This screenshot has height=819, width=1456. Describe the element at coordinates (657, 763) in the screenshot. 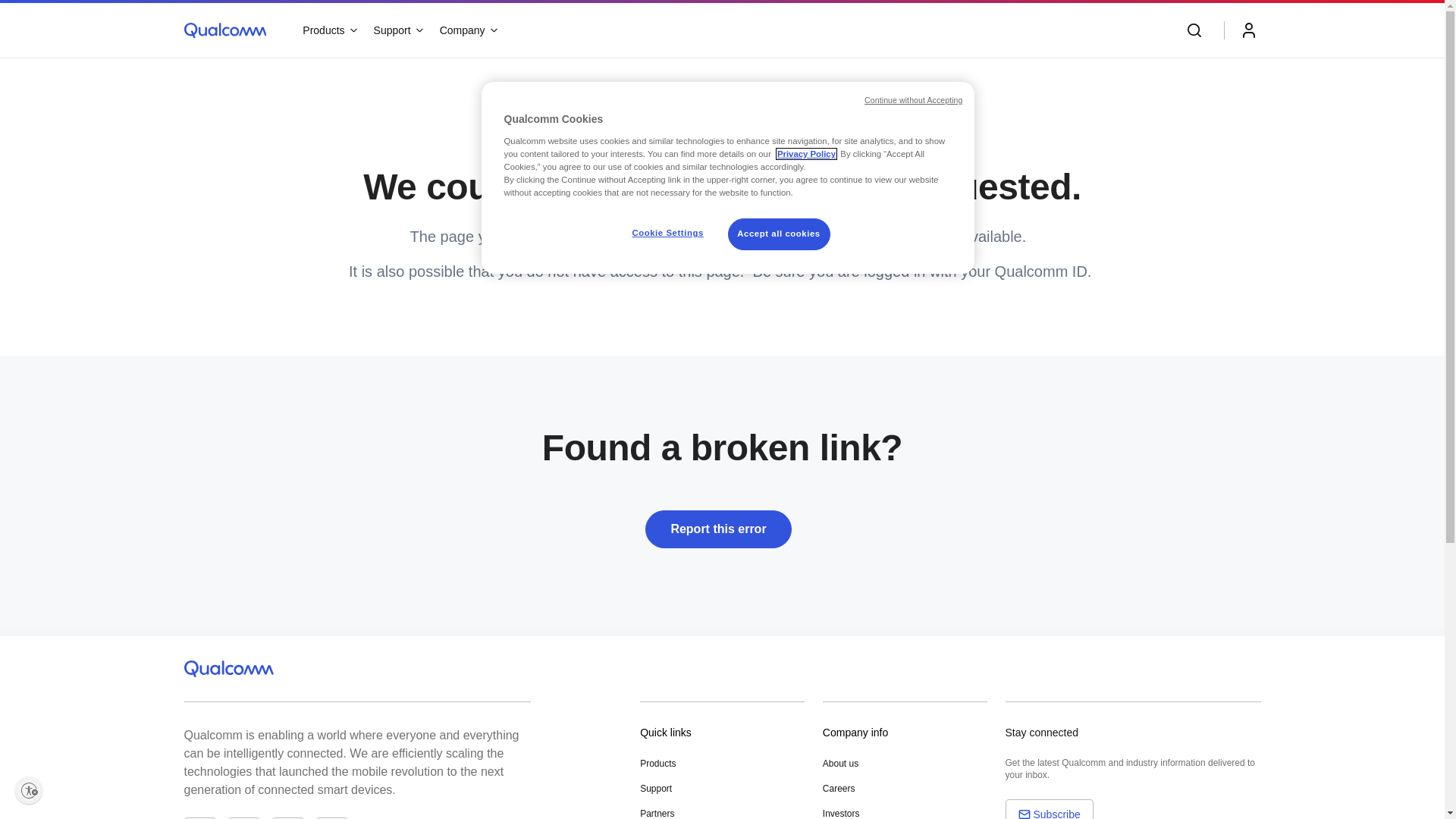

I see `'Products'` at that location.